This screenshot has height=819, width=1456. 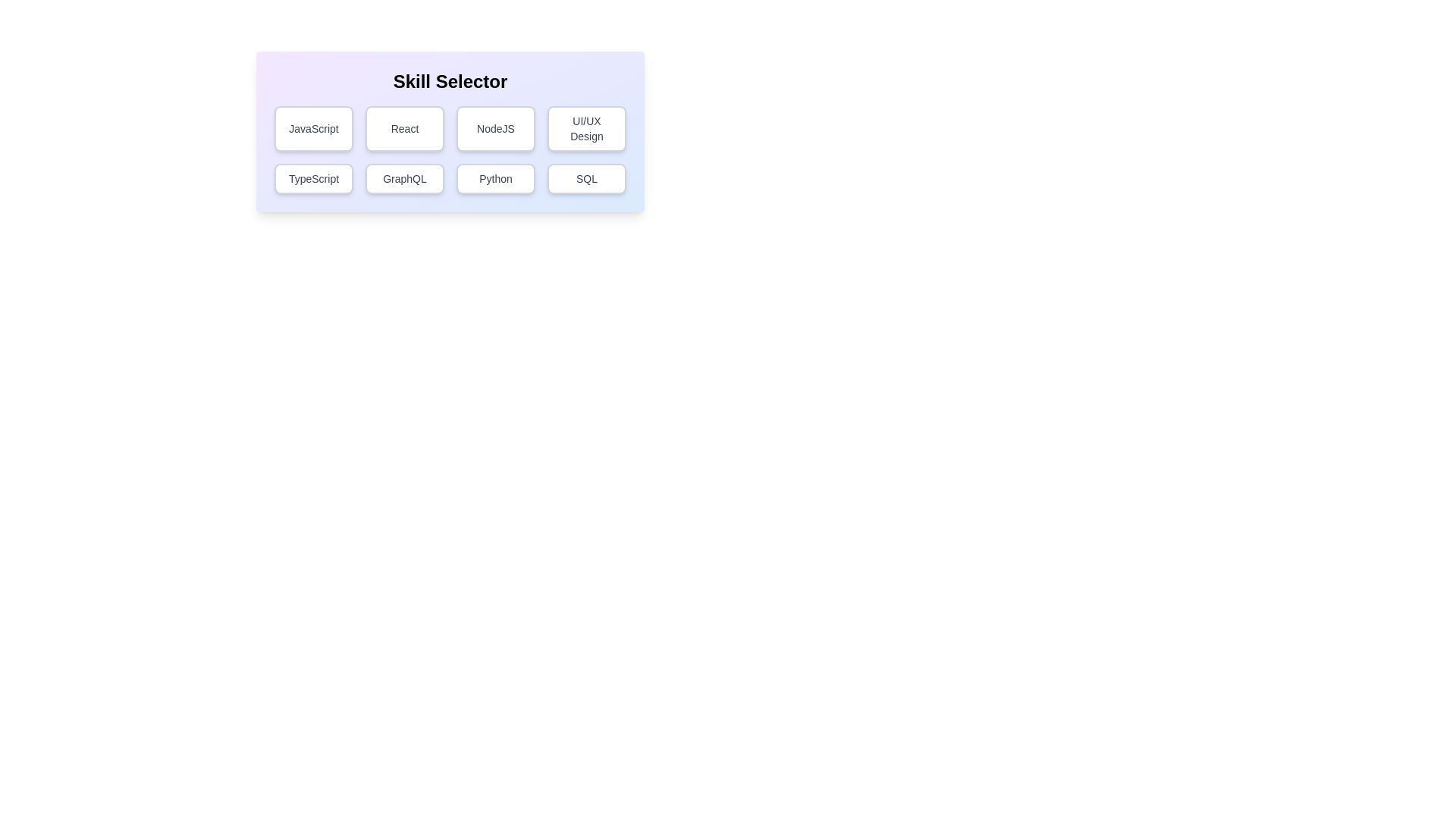 What do you see at coordinates (312, 127) in the screenshot?
I see `the button corresponding to the skill JavaScript to toggle its selection` at bounding box center [312, 127].